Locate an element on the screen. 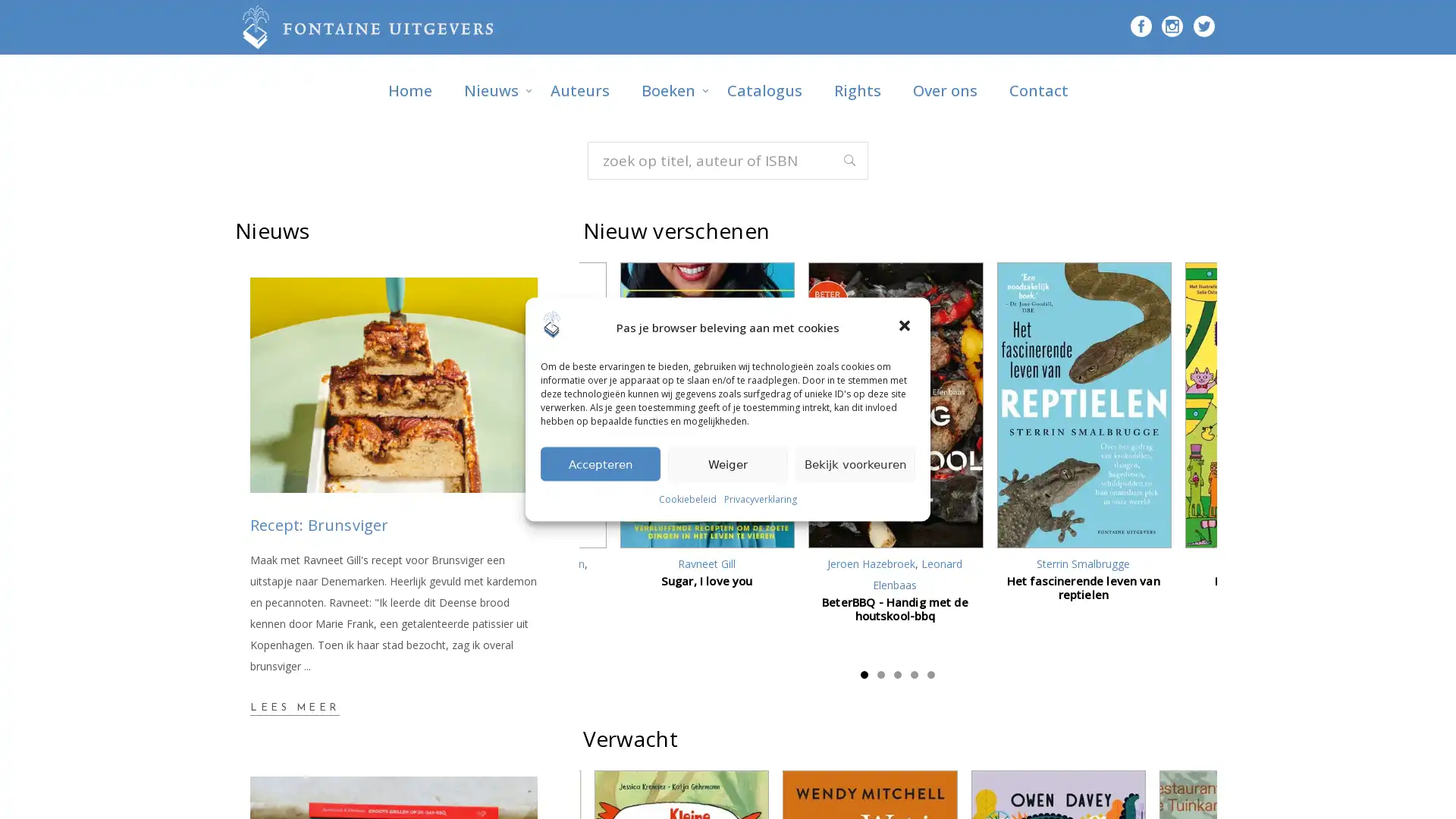 This screenshot has width=1456, height=819. Bekijk voorkeuren is located at coordinates (855, 463).